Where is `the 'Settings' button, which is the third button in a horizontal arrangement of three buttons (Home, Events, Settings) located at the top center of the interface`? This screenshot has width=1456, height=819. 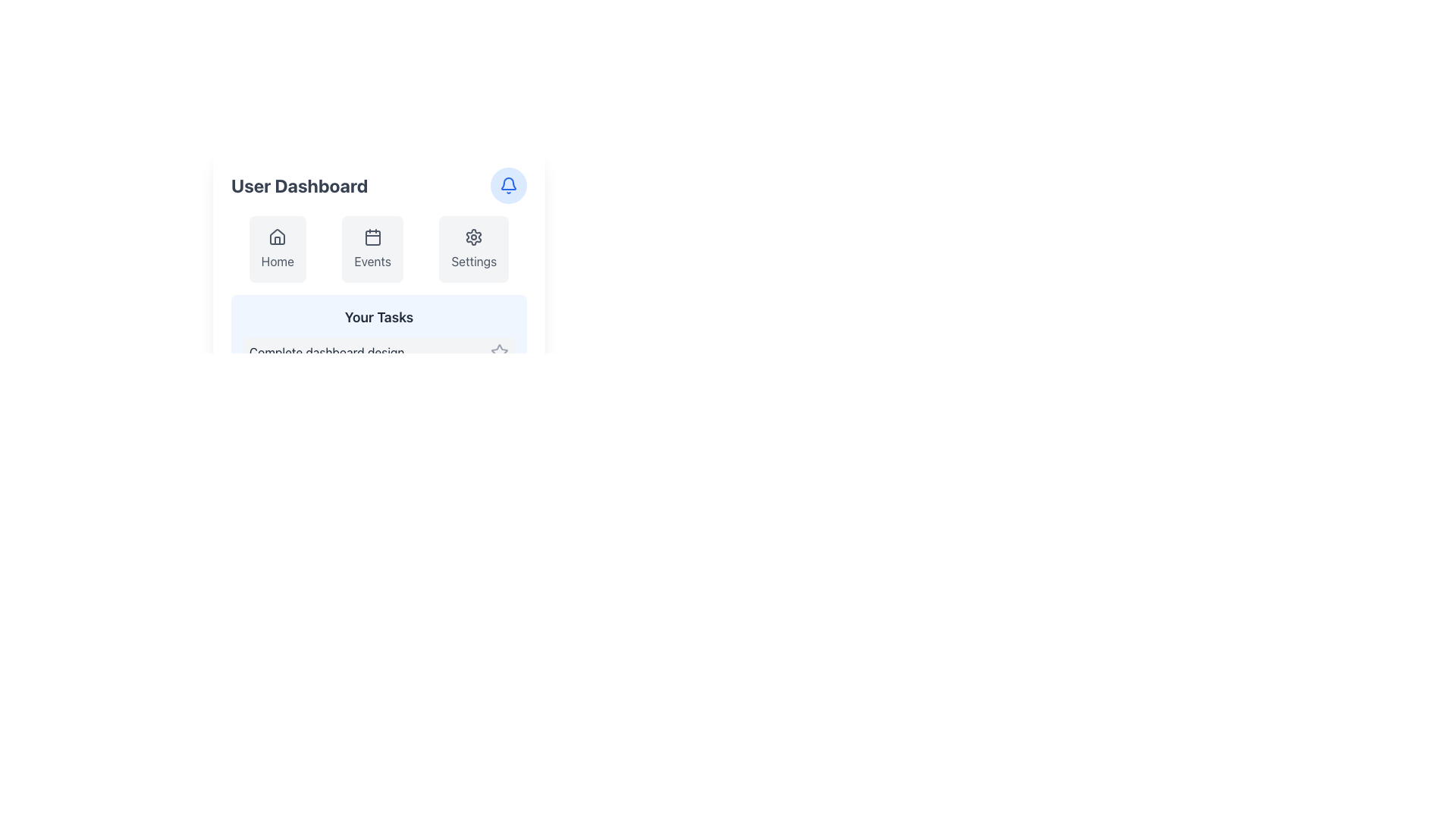 the 'Settings' button, which is the third button in a horizontal arrangement of three buttons (Home, Events, Settings) located at the top center of the interface is located at coordinates (473, 248).